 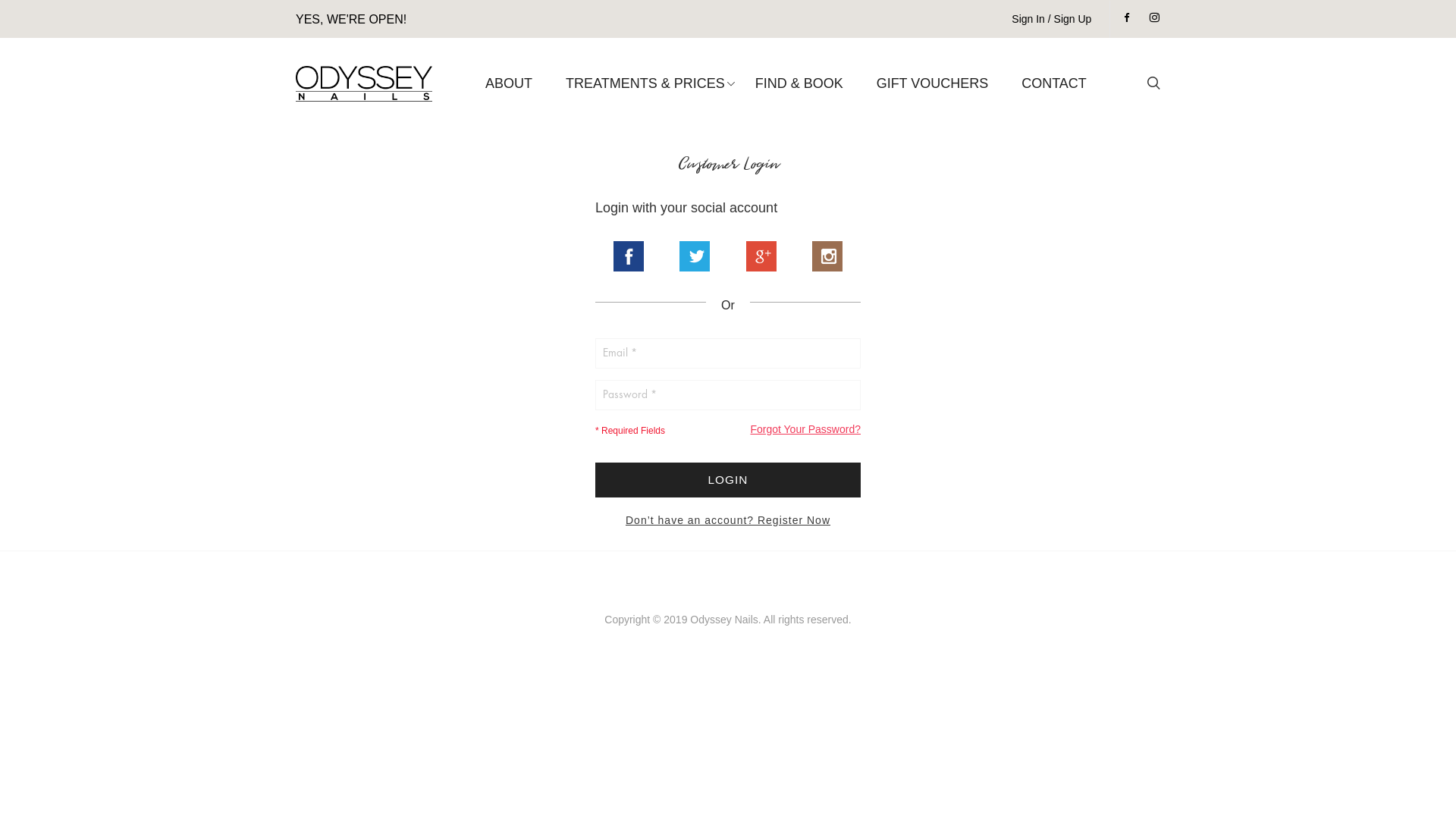 What do you see at coordinates (728, 394) in the screenshot?
I see `'Password'` at bounding box center [728, 394].